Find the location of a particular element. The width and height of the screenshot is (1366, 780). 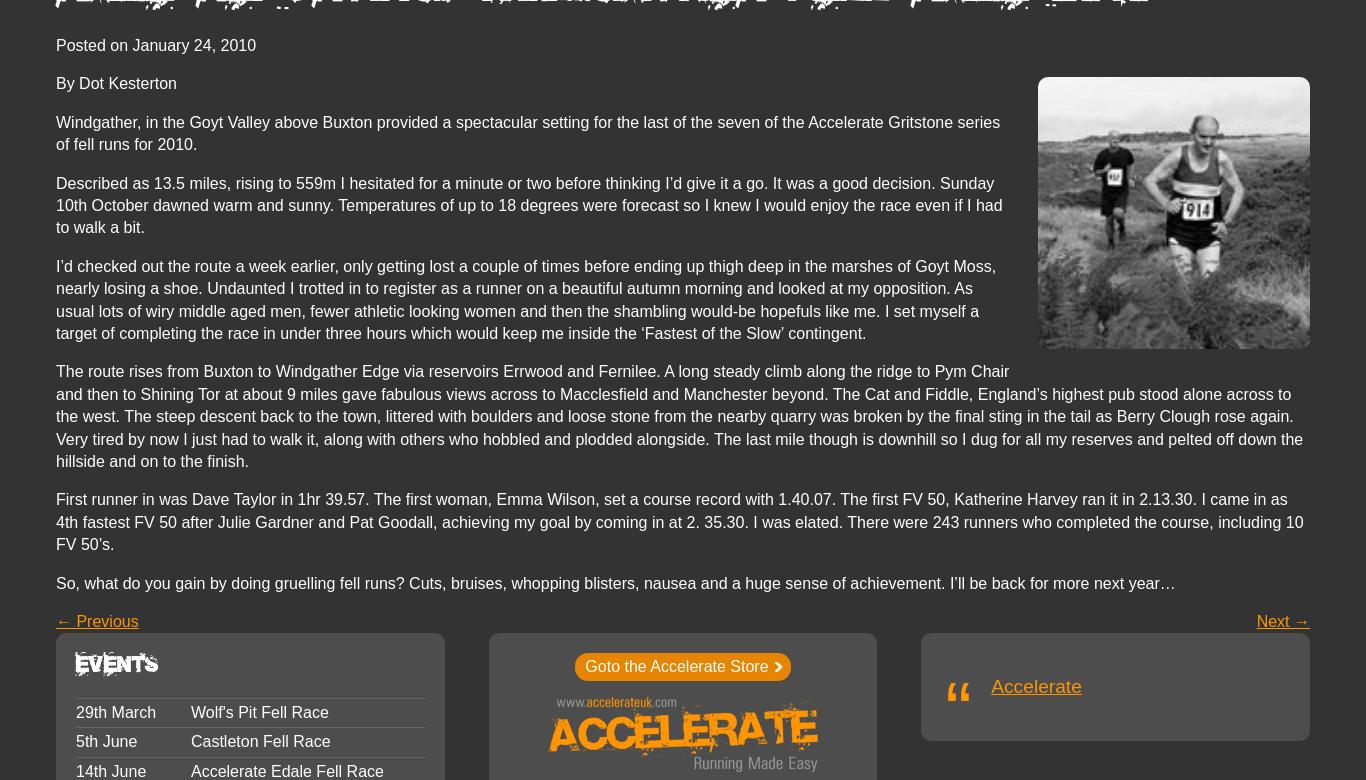

'Accelerate' is located at coordinates (991, 685).